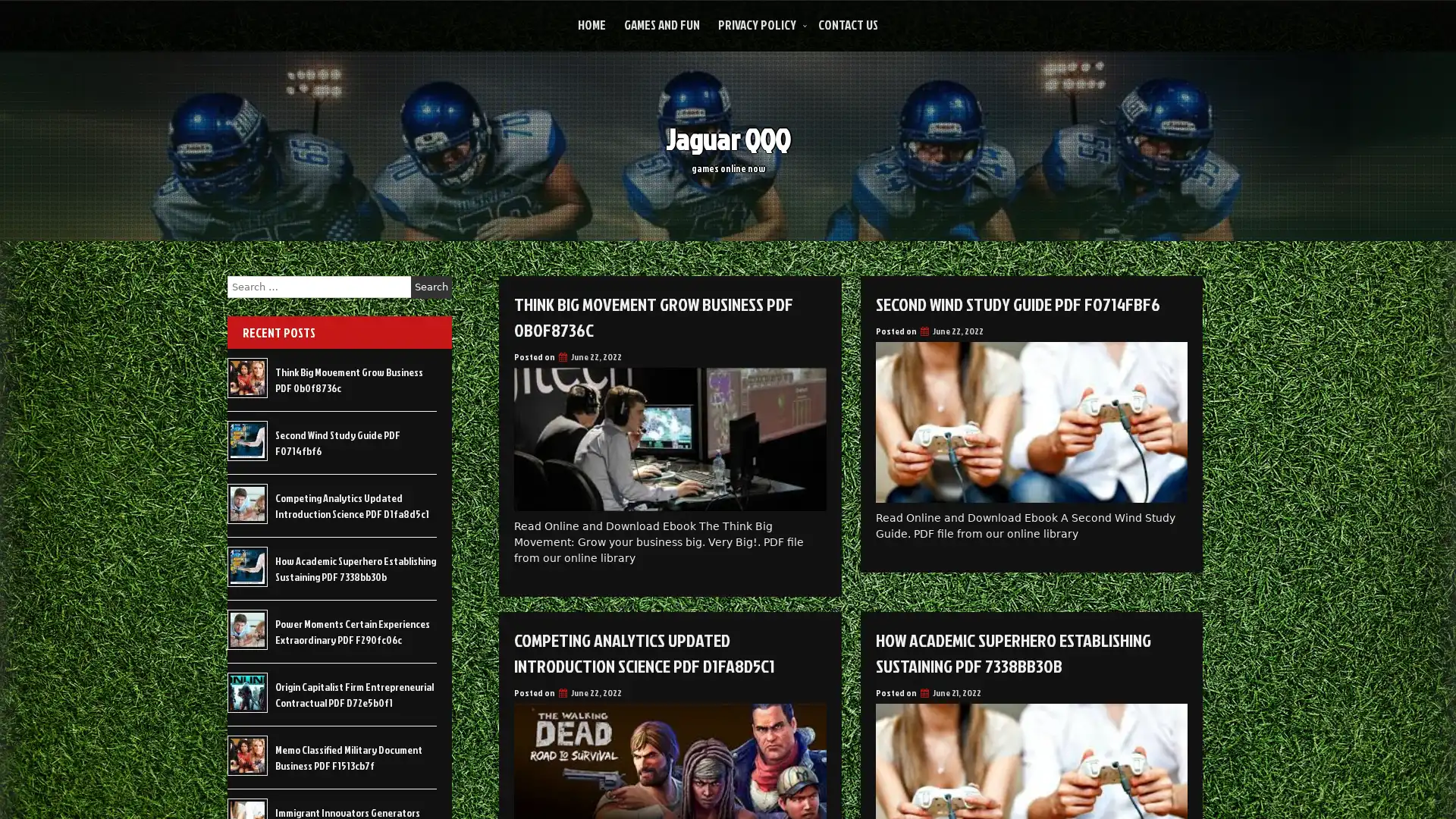 This screenshot has width=1456, height=819. Describe the element at coordinates (431, 287) in the screenshot. I see `Search` at that location.